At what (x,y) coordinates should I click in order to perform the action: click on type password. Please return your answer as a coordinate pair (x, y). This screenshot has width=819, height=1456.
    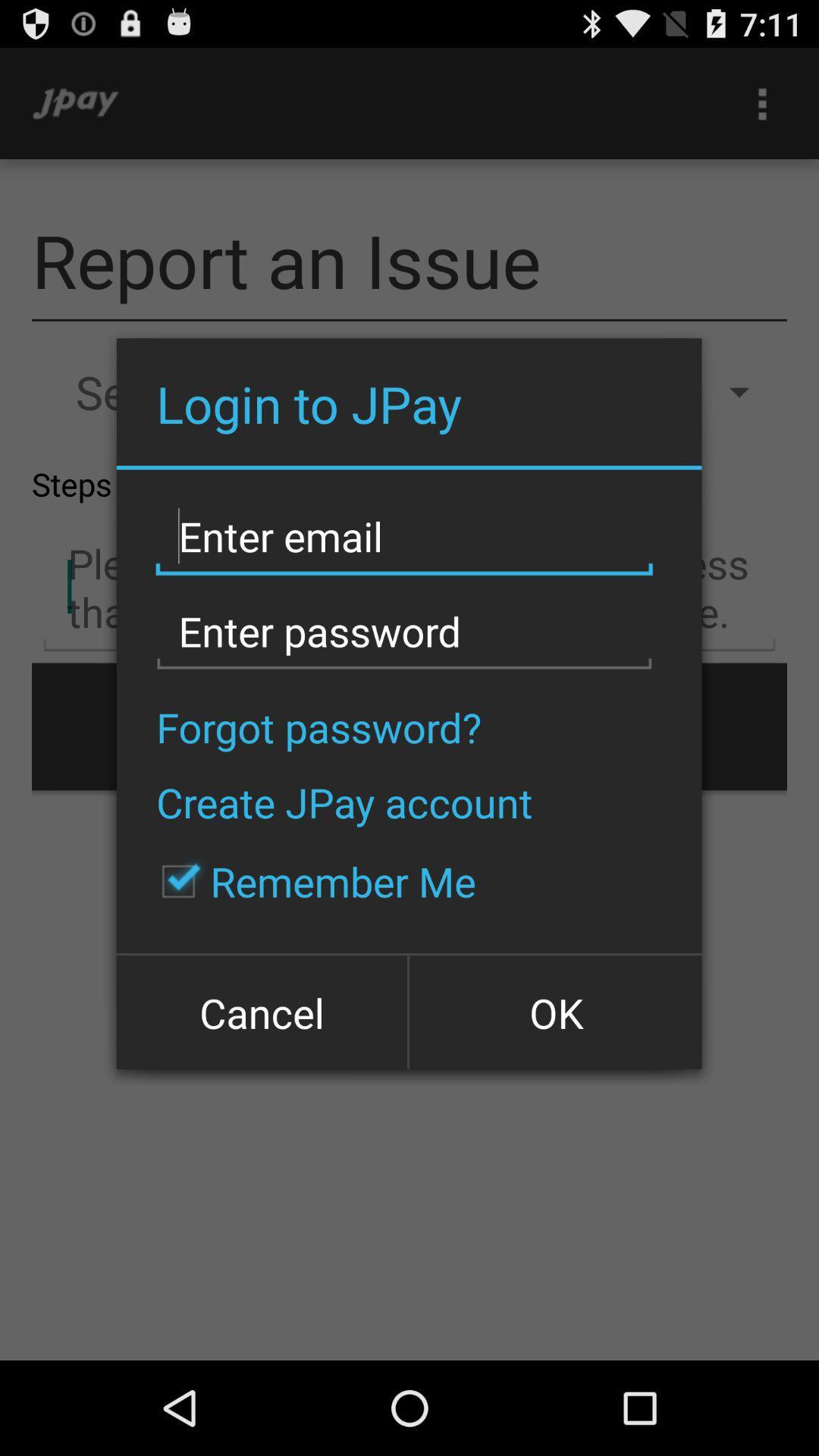
    Looking at the image, I should click on (403, 632).